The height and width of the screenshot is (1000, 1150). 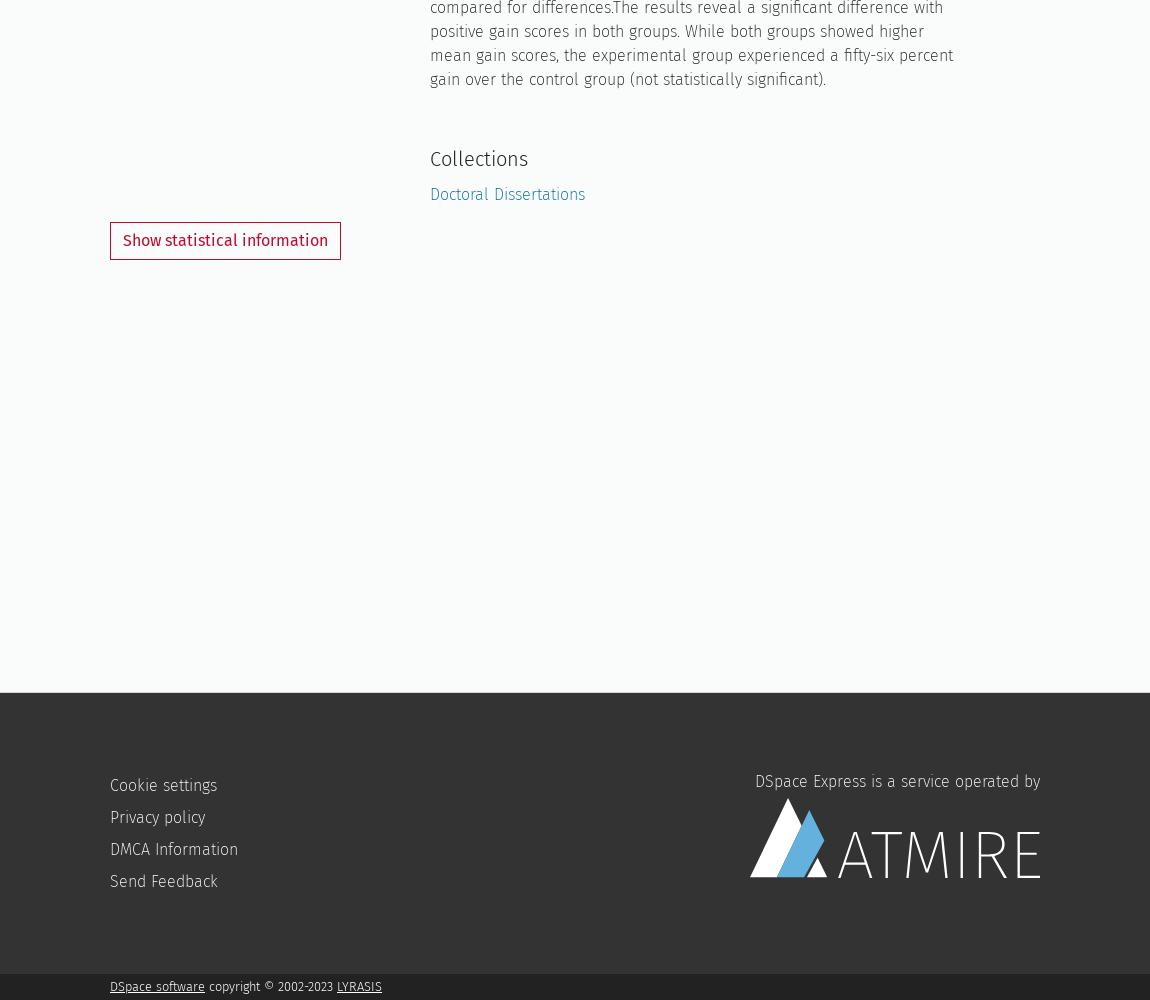 I want to click on 'Privacy policy', so click(x=156, y=815).